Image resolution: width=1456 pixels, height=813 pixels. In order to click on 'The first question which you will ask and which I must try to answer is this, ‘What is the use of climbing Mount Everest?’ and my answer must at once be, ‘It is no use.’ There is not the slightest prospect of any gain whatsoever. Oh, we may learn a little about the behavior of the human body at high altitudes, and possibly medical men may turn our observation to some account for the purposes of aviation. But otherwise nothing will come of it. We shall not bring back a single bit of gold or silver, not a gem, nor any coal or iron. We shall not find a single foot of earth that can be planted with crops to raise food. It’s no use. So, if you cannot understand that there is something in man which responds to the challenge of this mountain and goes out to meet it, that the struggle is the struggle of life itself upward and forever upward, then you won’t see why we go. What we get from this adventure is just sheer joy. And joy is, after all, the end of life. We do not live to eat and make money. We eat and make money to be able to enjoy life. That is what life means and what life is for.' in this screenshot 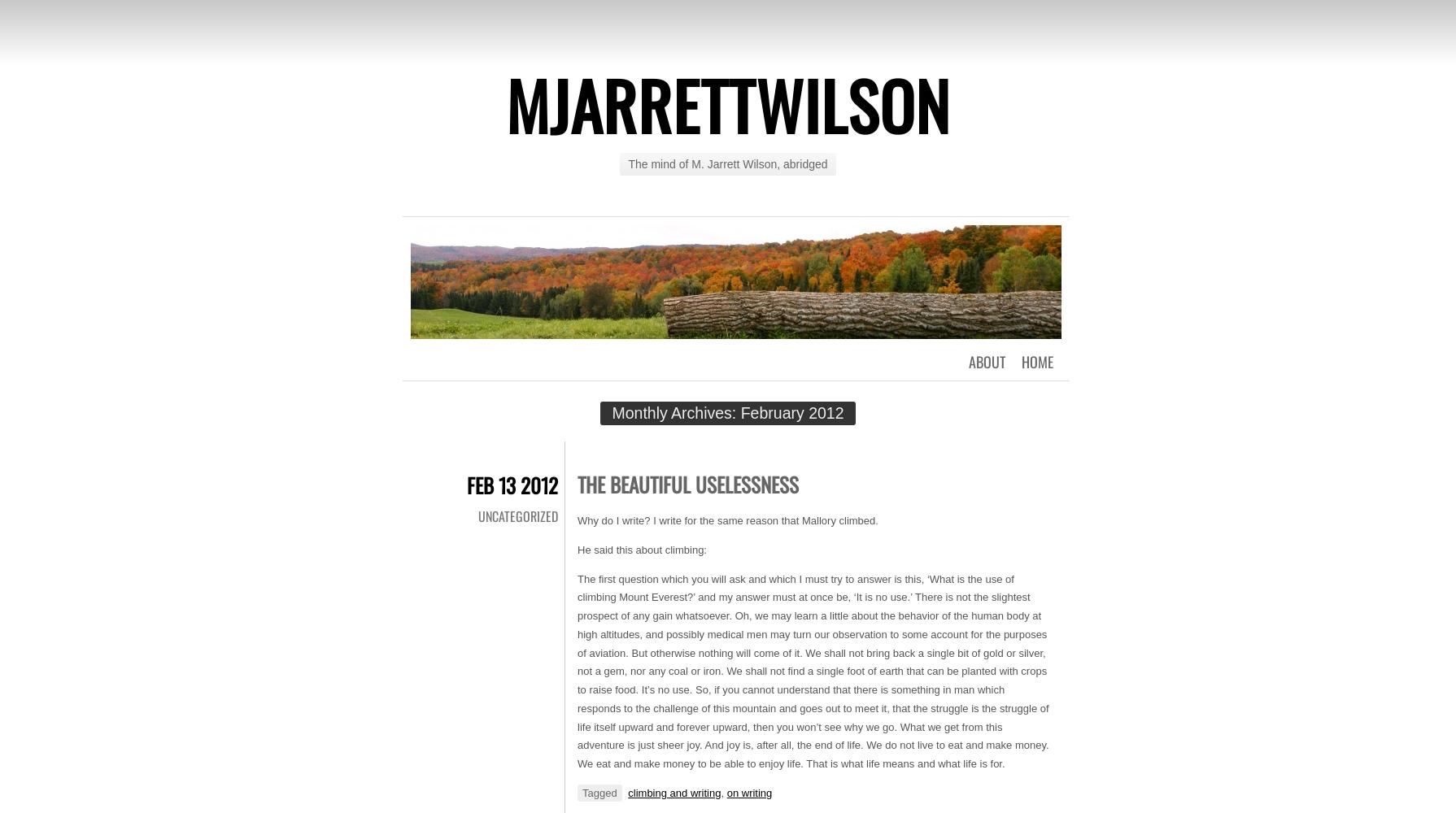, I will do `click(813, 670)`.